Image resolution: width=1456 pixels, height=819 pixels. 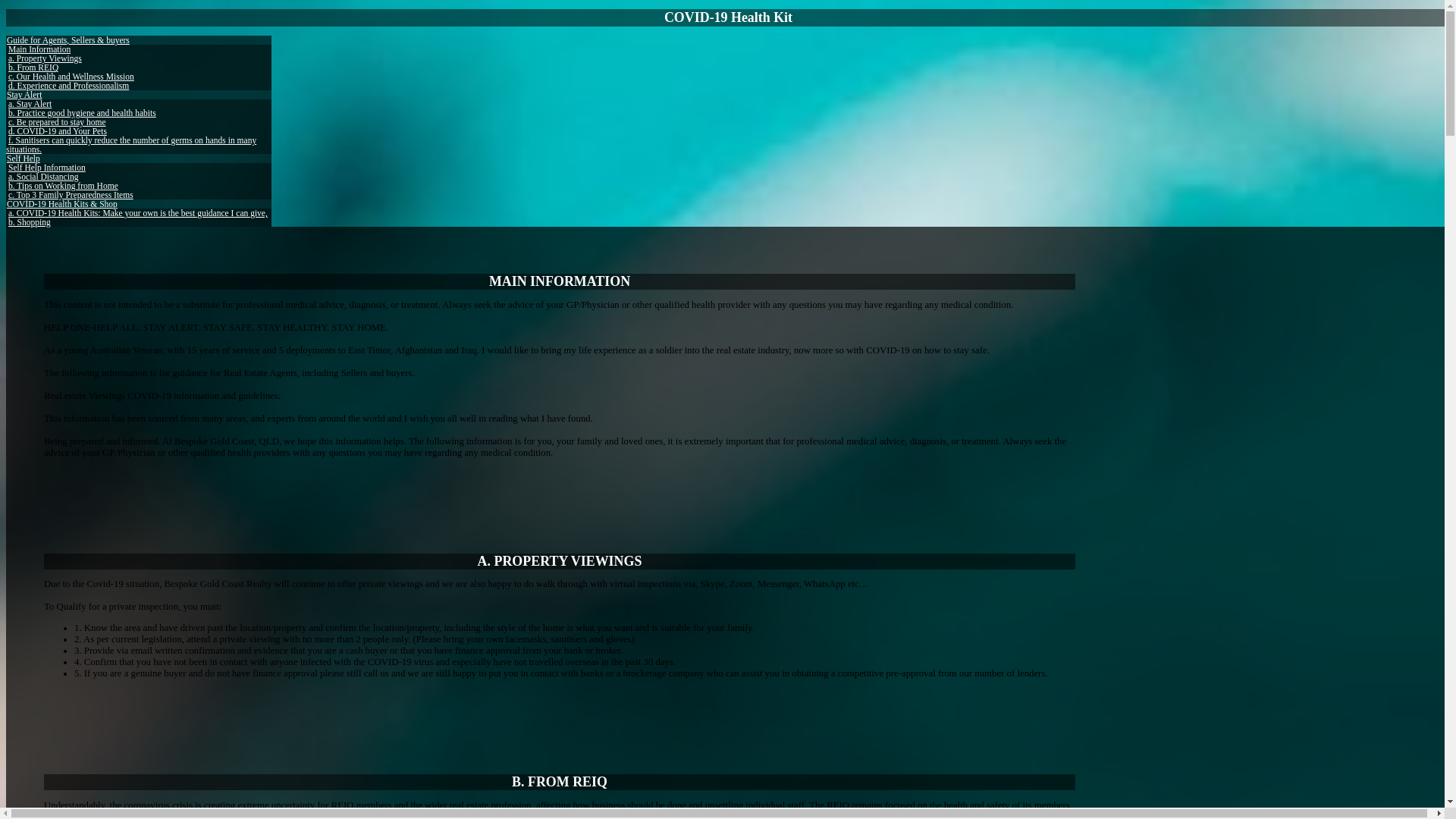 What do you see at coordinates (7, 58) in the screenshot?
I see `'a. Property Viewings'` at bounding box center [7, 58].